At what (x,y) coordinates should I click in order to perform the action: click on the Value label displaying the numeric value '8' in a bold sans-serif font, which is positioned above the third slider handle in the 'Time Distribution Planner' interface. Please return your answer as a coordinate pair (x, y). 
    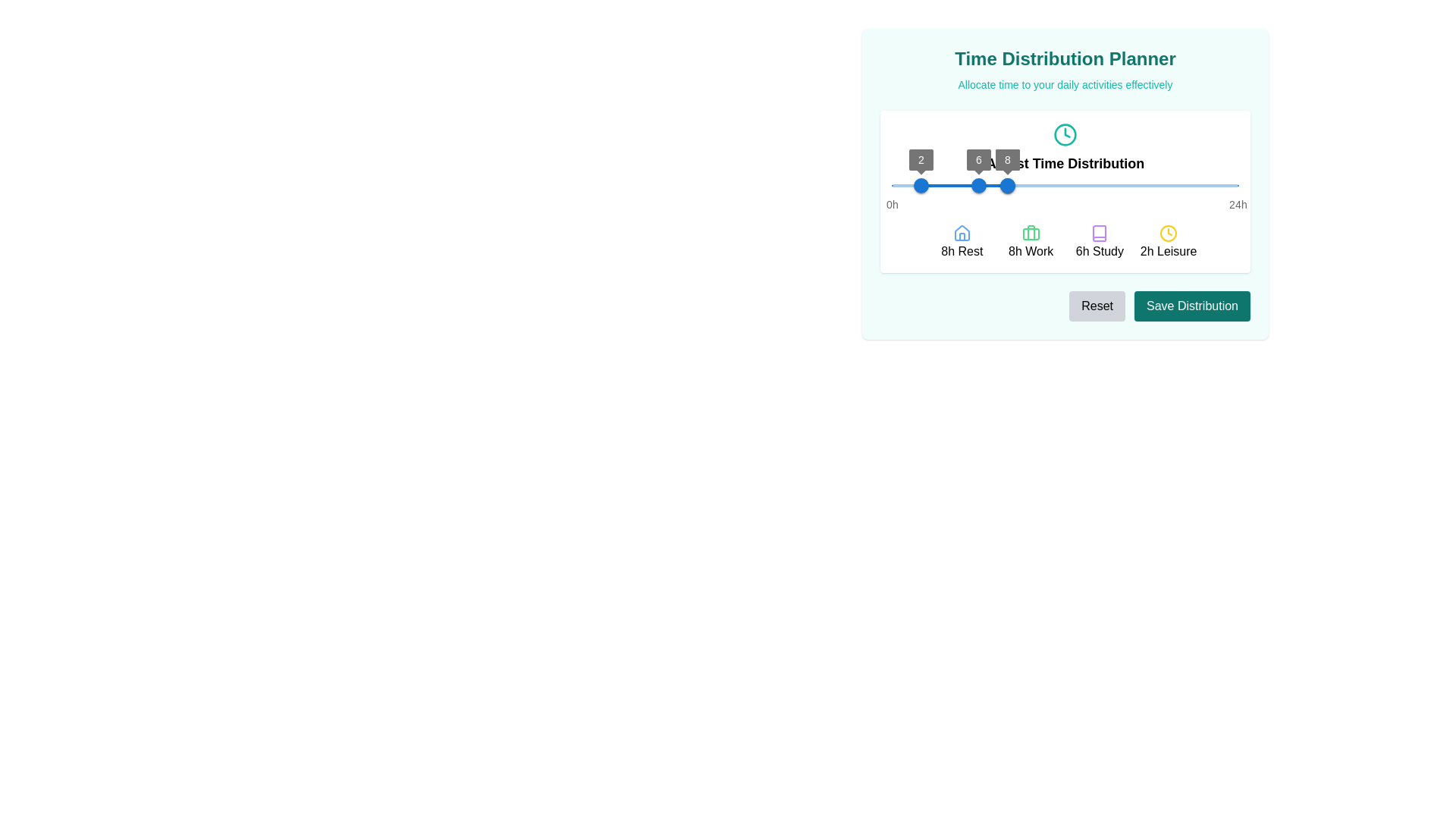
    Looking at the image, I should click on (1008, 160).